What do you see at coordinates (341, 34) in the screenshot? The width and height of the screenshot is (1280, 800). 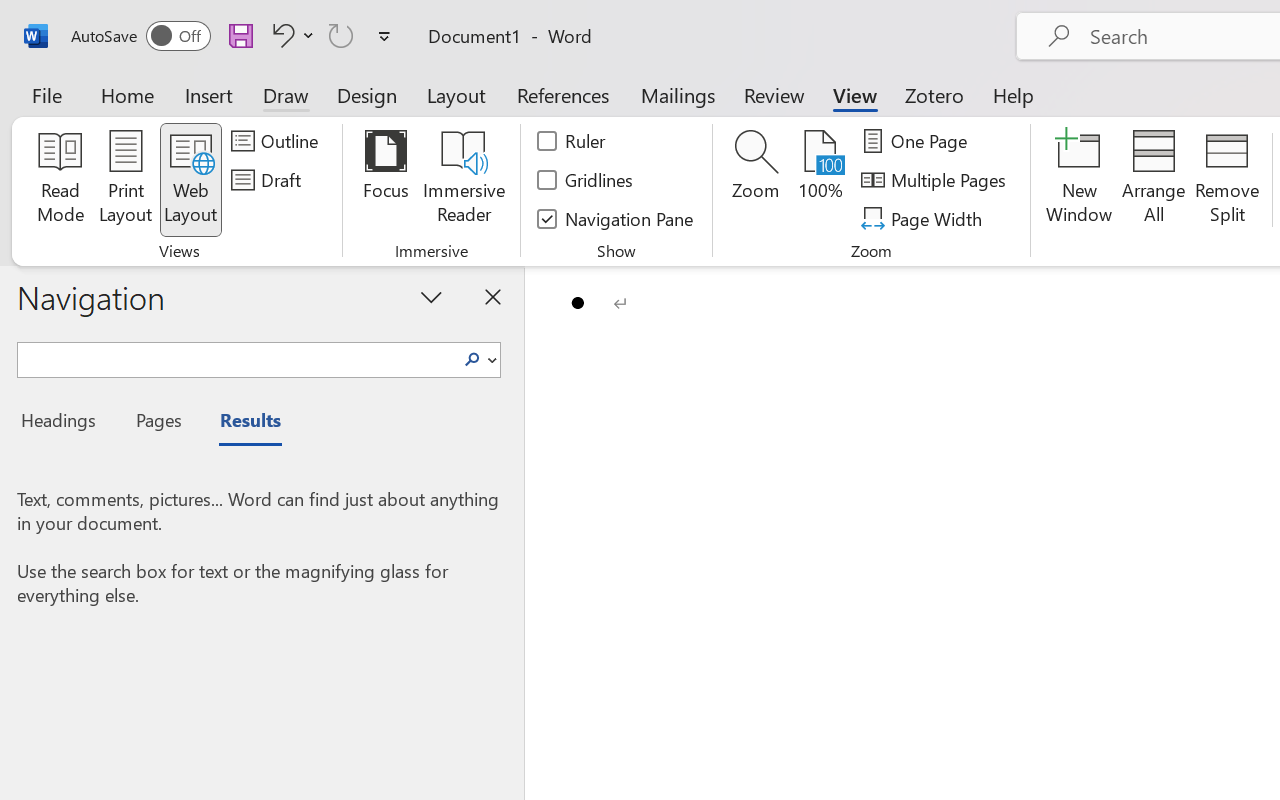 I see `'Can'` at bounding box center [341, 34].